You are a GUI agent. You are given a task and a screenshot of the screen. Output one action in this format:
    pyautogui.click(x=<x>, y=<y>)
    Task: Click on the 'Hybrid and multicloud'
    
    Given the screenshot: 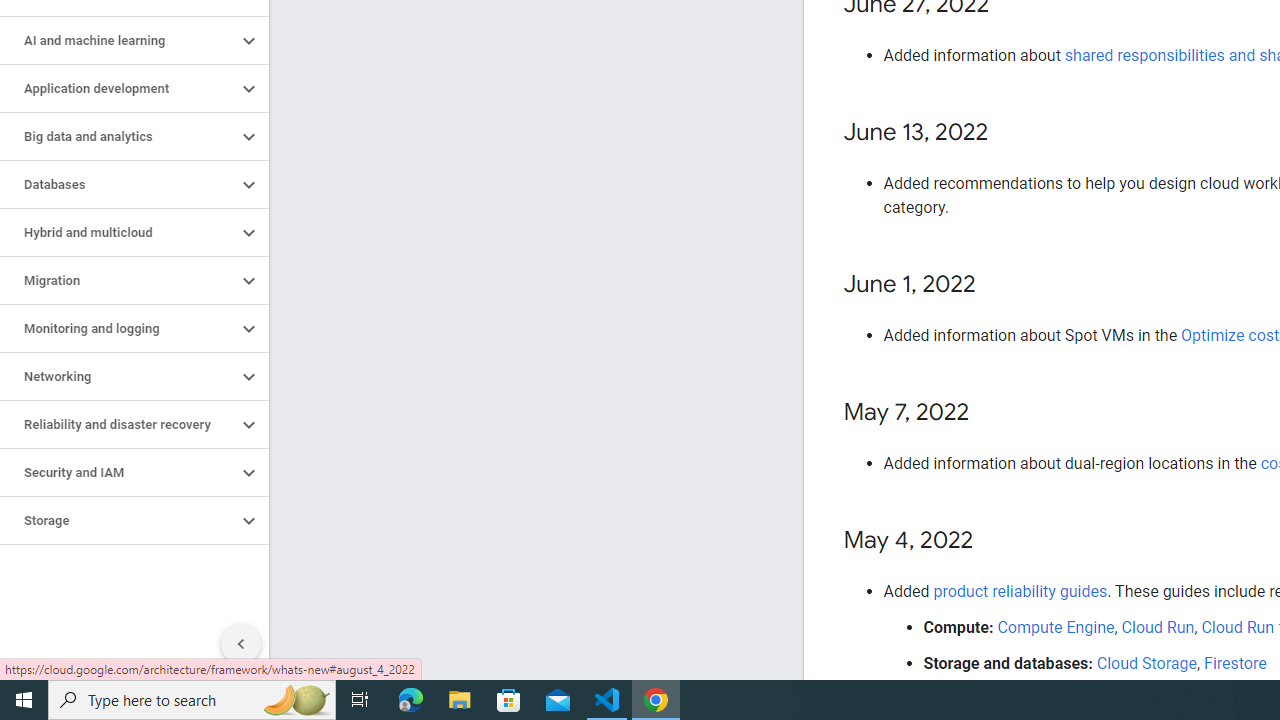 What is the action you would take?
    pyautogui.click(x=117, y=231)
    